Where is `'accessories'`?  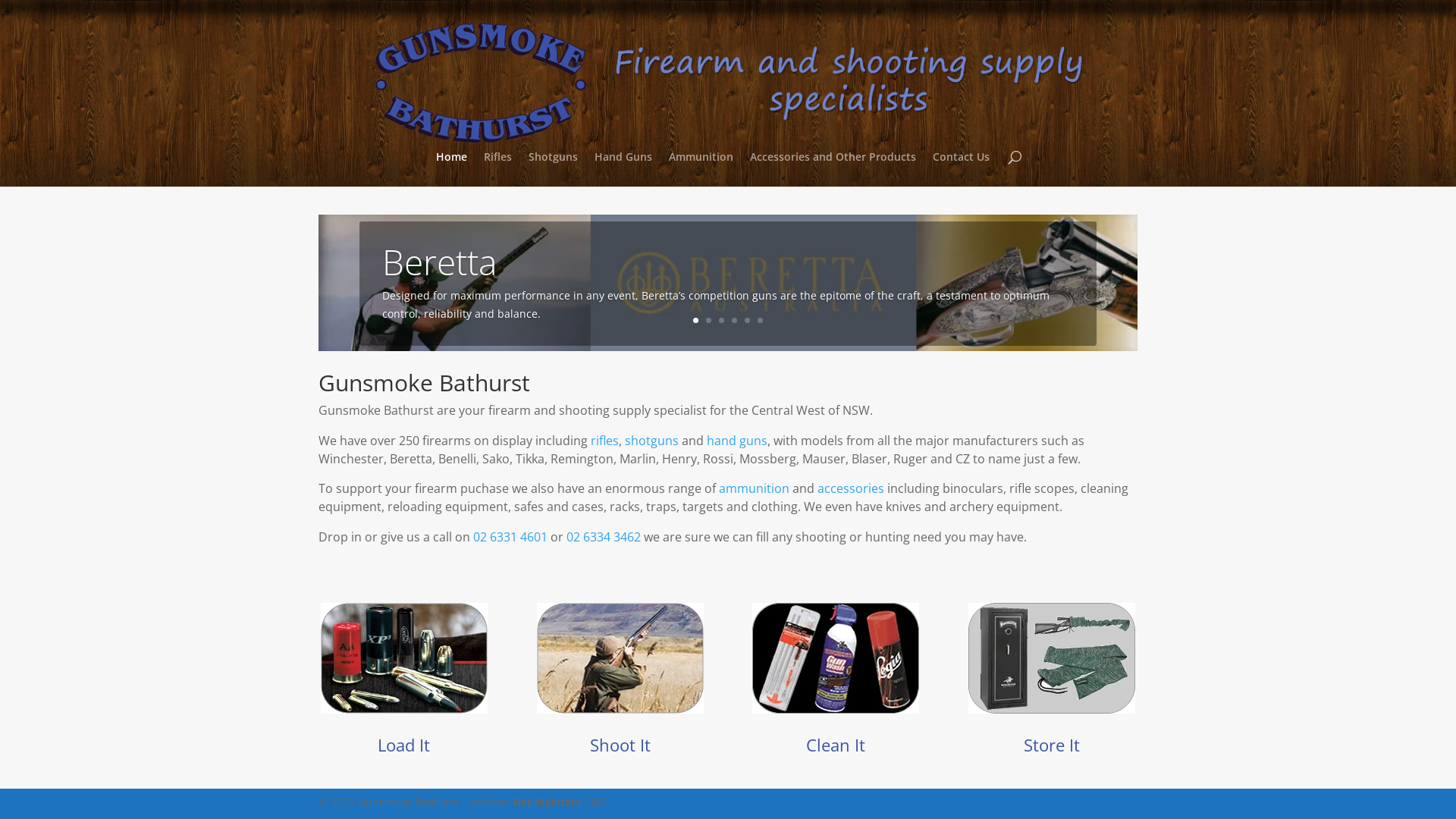 'accessories' is located at coordinates (851, 488).